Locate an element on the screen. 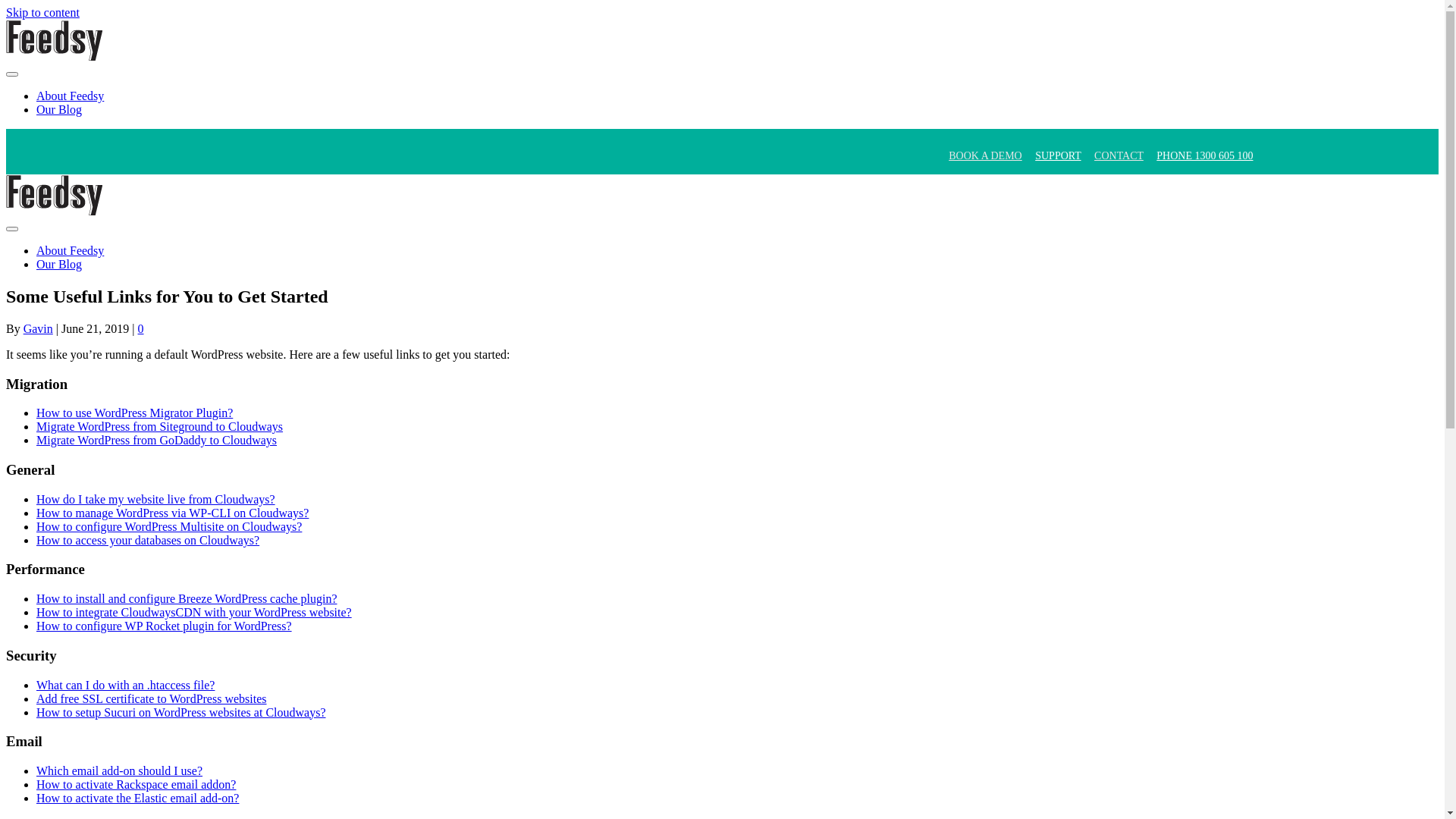  'Migrate WordPress from GoDaddy to Cloudways' is located at coordinates (156, 440).